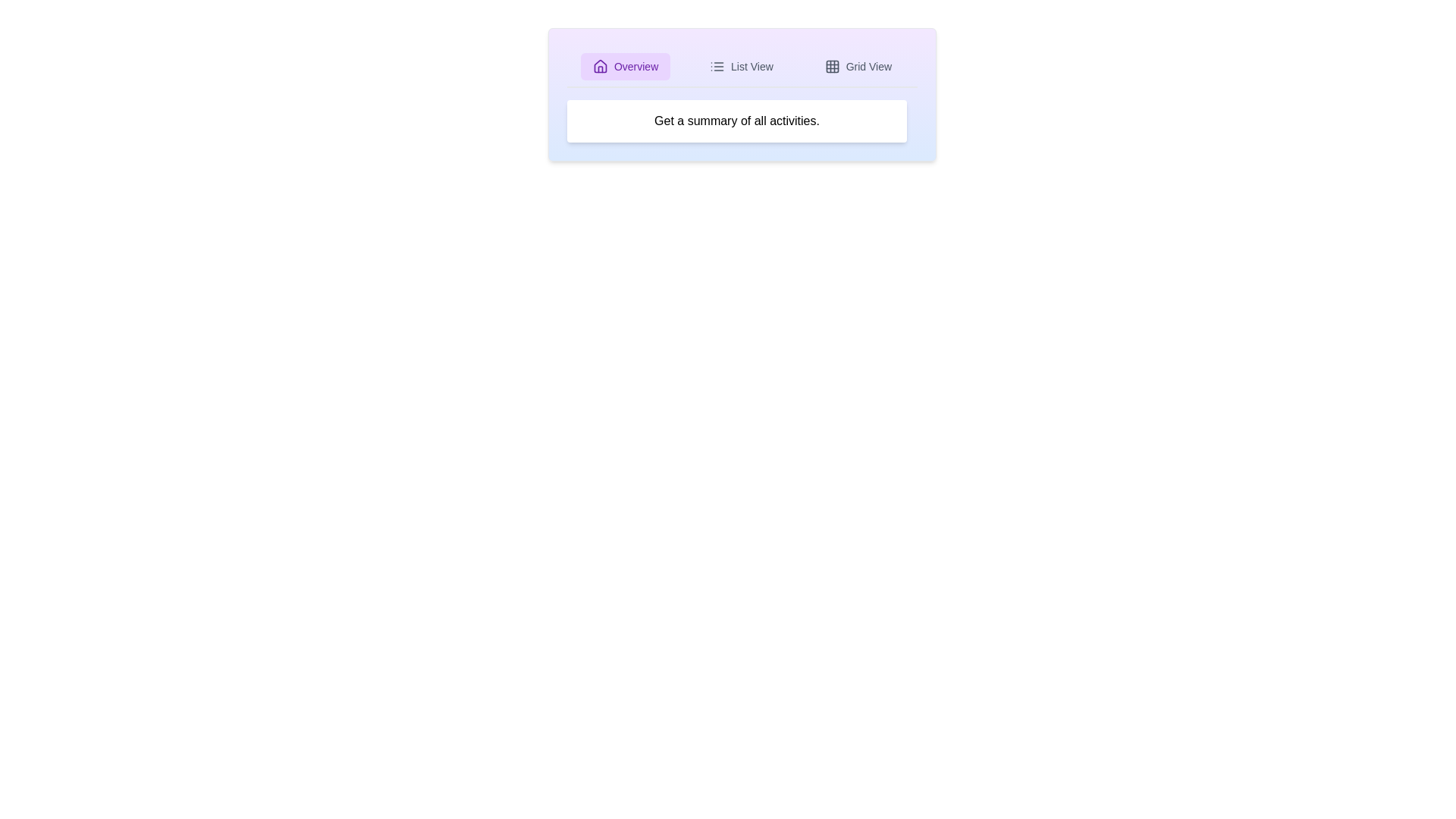 This screenshot has width=1456, height=819. I want to click on the tab Grid View to observe the hover effect, so click(858, 66).